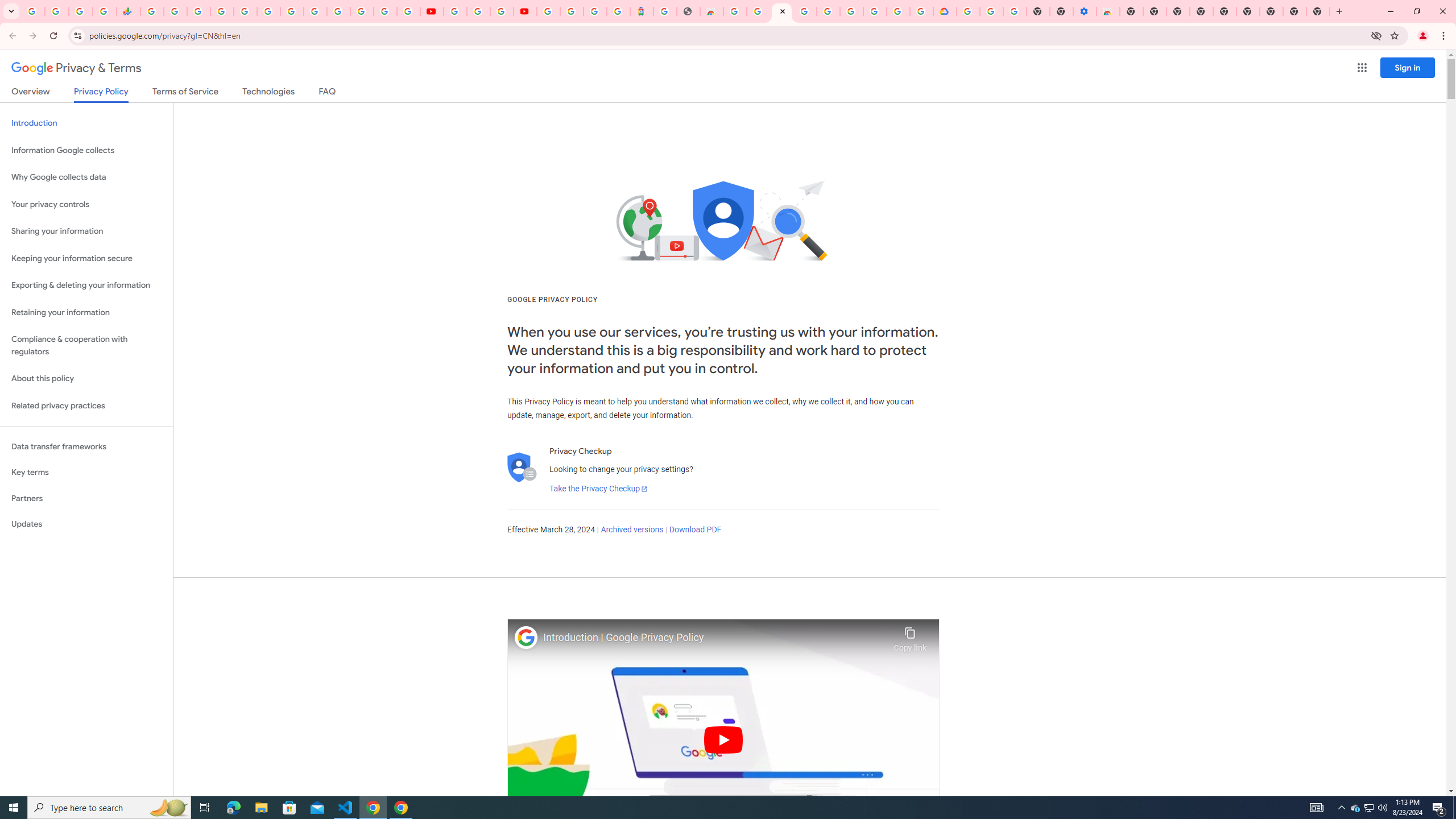 Image resolution: width=1456 pixels, height=819 pixels. I want to click on 'Atour Hotel - Google hotels', so click(640, 11).